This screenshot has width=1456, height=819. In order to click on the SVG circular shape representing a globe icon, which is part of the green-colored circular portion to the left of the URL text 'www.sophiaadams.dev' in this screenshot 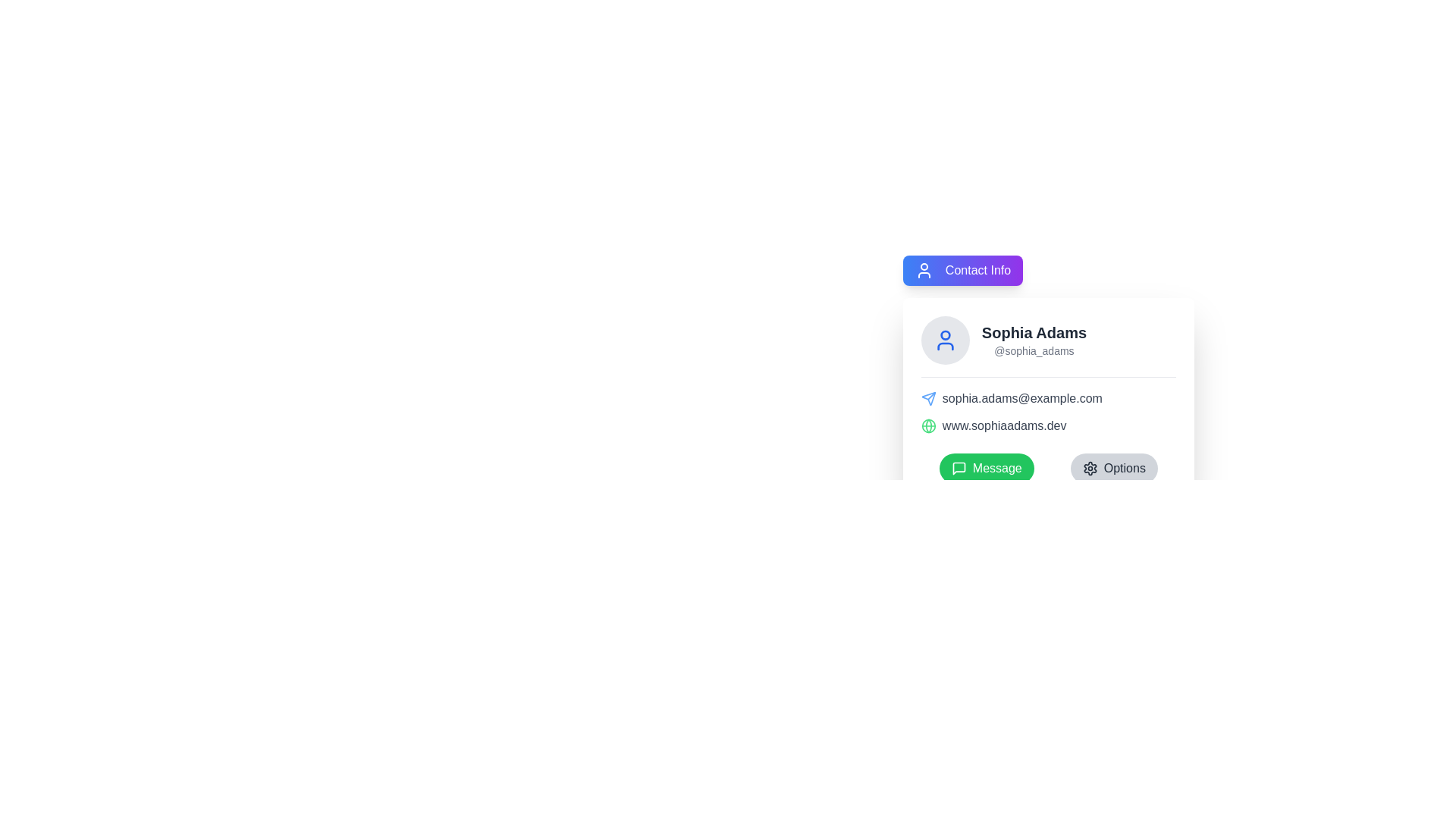, I will do `click(927, 426)`.